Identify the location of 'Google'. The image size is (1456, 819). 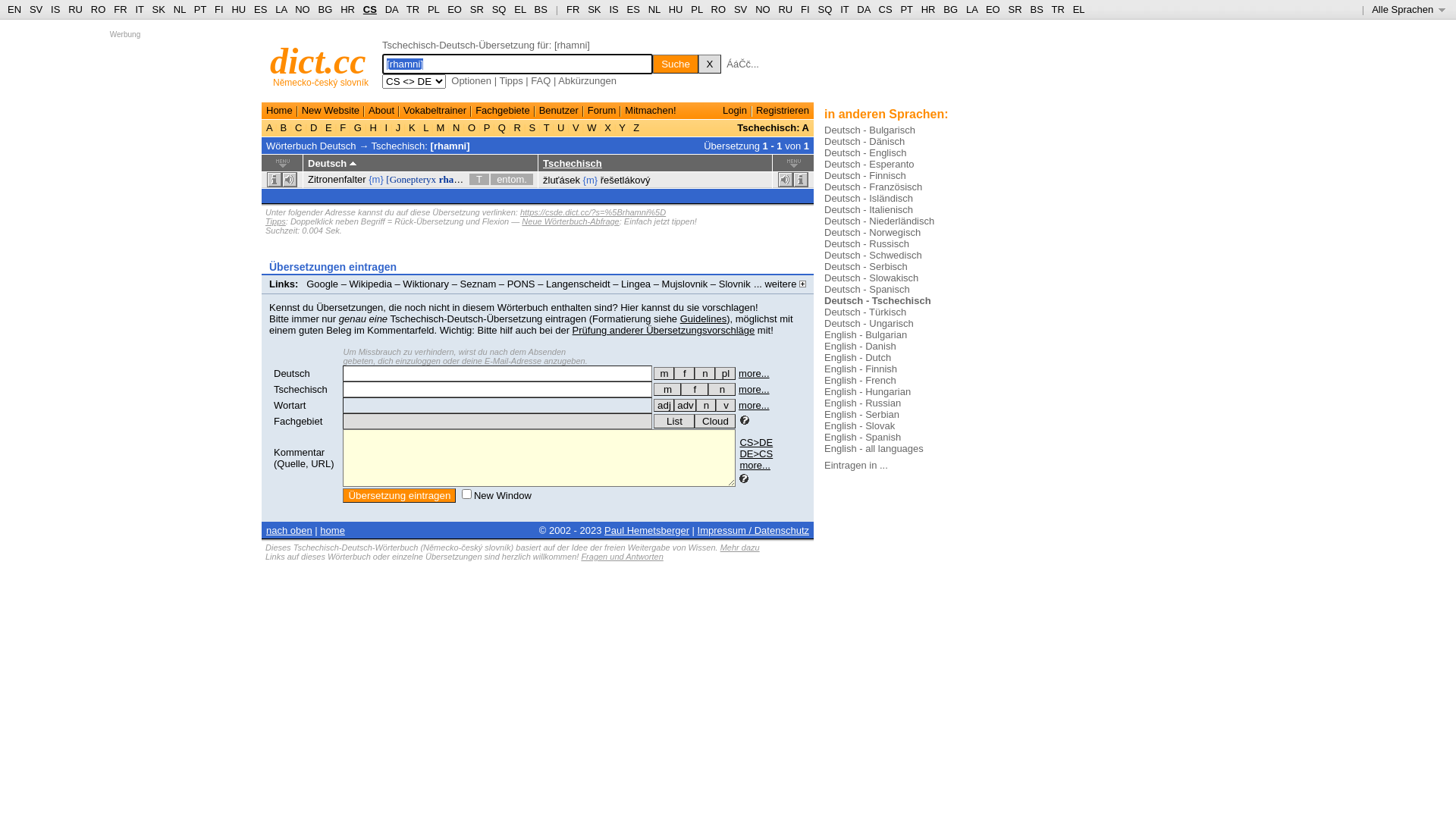
(322, 284).